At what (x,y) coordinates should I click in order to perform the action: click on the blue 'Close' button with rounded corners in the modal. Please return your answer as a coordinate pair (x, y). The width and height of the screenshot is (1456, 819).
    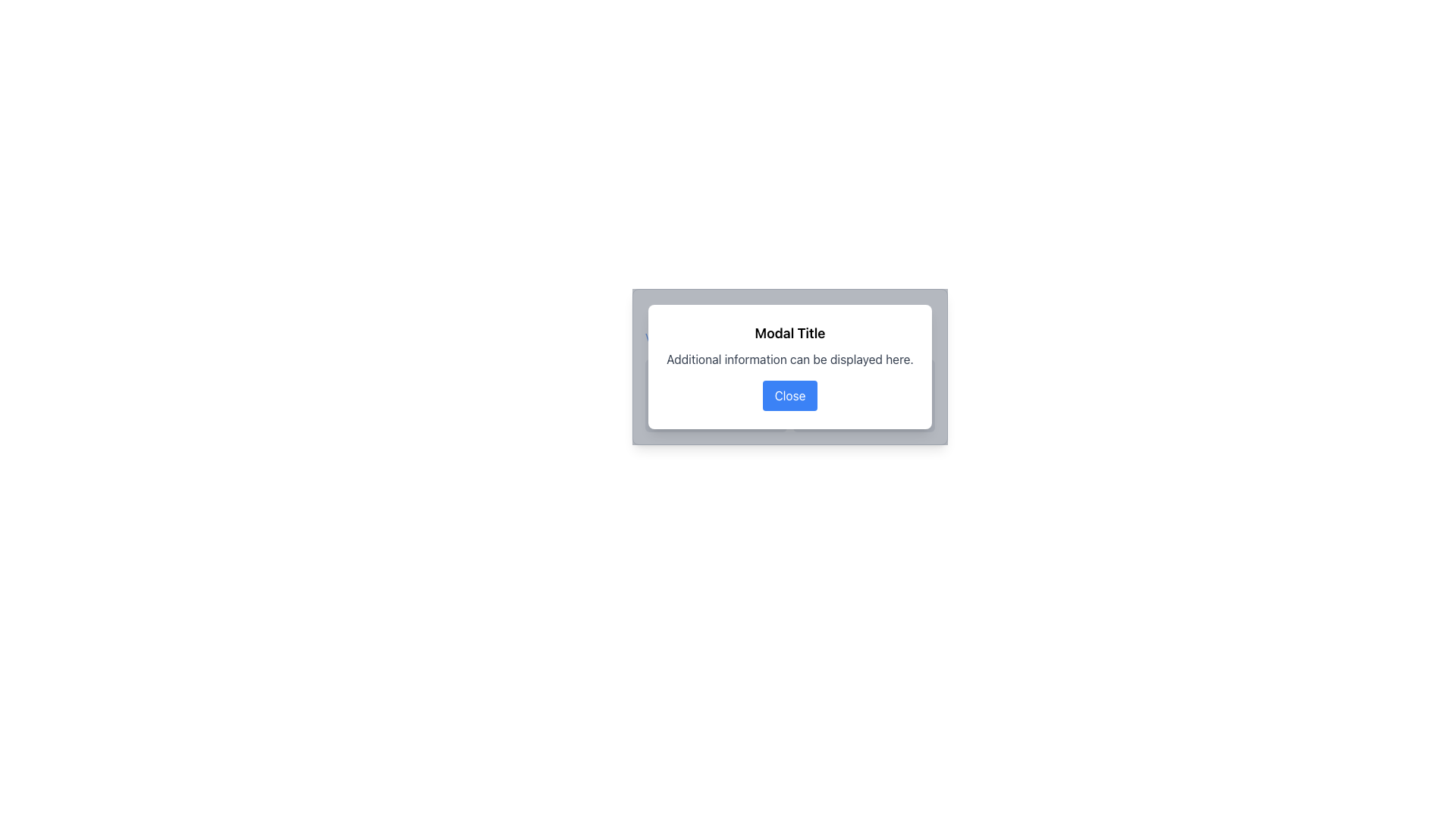
    Looking at the image, I should click on (789, 394).